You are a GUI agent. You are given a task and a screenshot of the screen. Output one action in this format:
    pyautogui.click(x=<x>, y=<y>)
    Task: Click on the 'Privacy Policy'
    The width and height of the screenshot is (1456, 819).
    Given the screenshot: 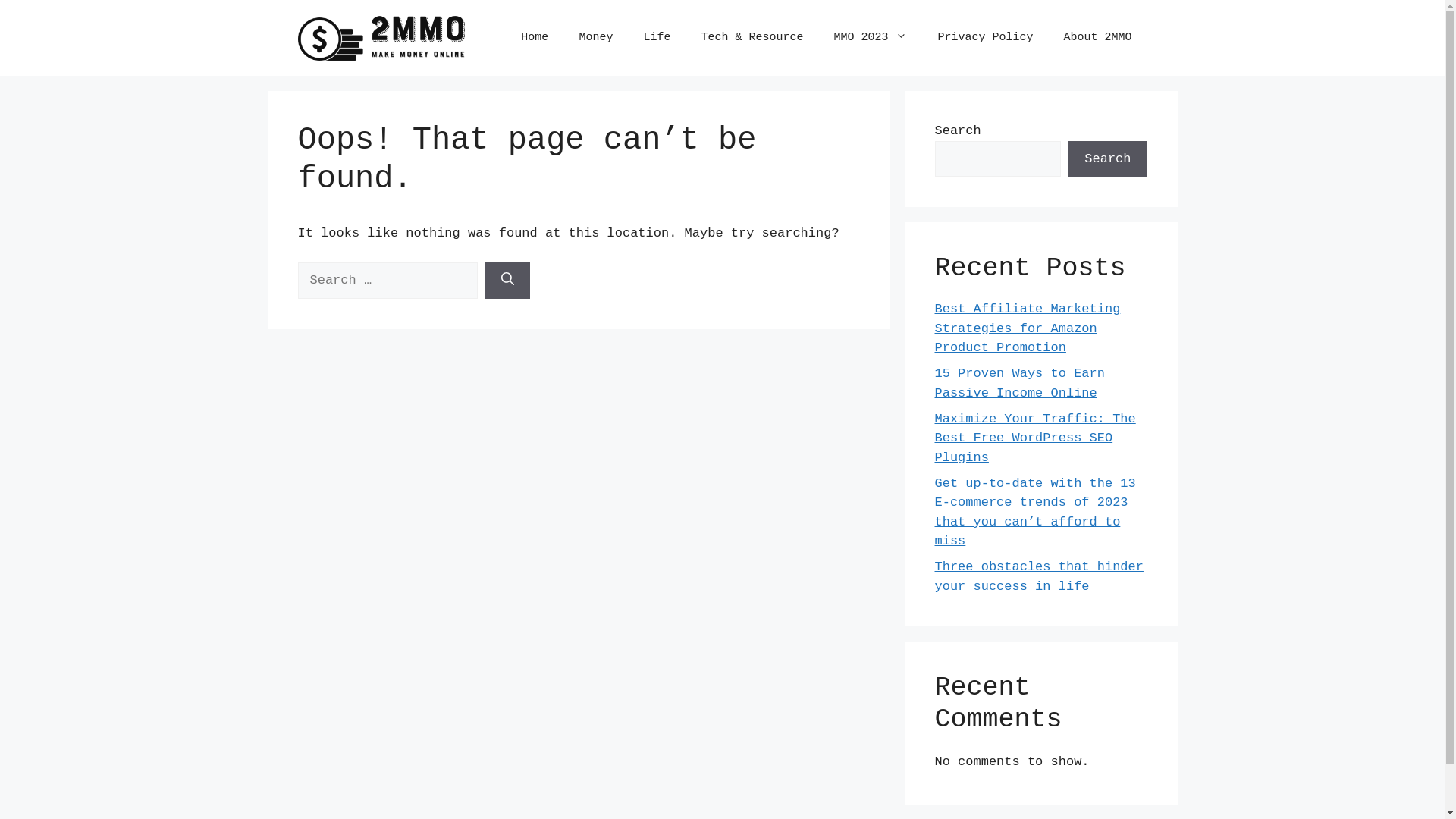 What is the action you would take?
    pyautogui.click(x=985, y=37)
    